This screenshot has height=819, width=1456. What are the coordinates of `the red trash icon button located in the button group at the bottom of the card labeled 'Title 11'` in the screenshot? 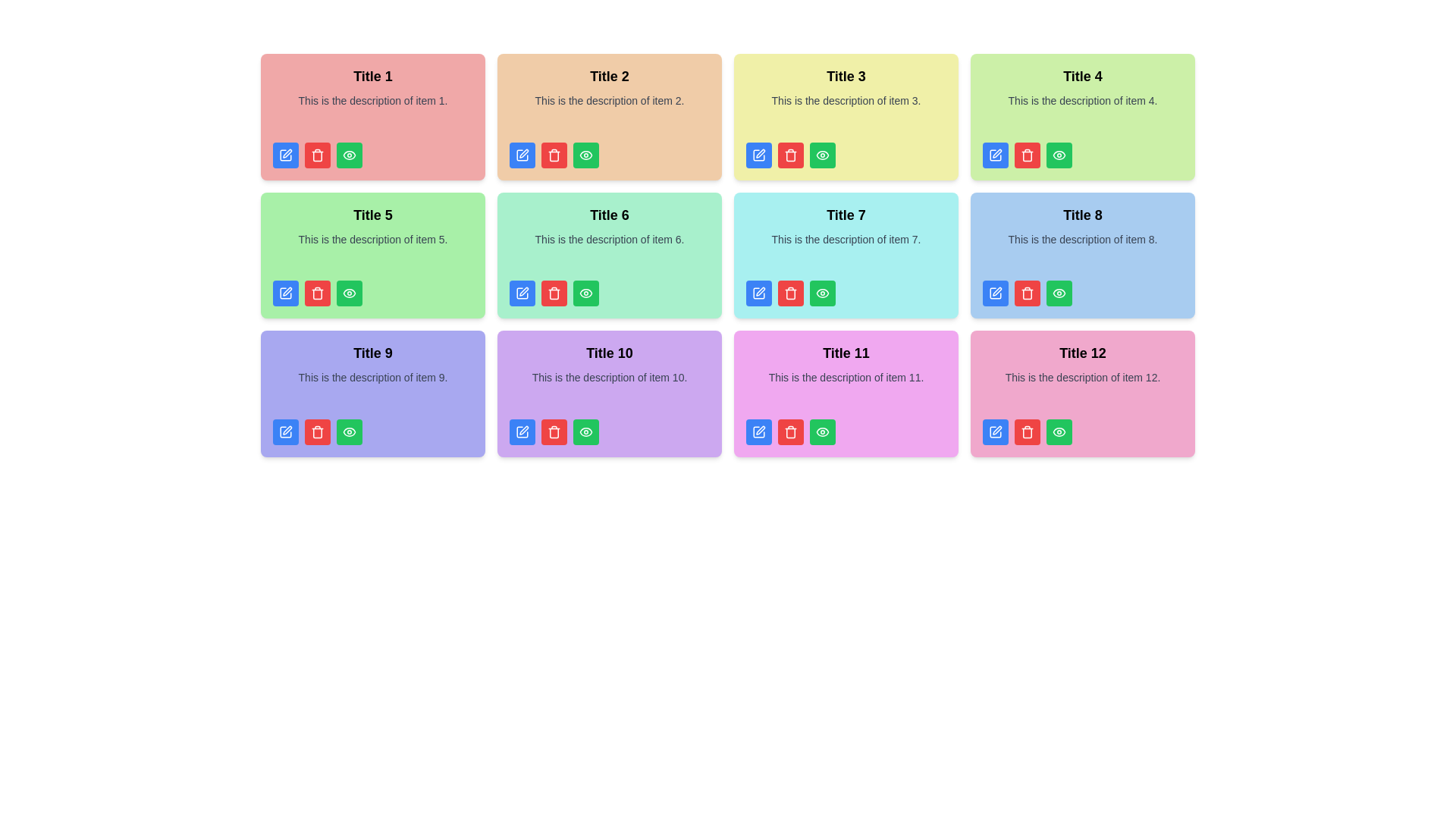 It's located at (789, 431).